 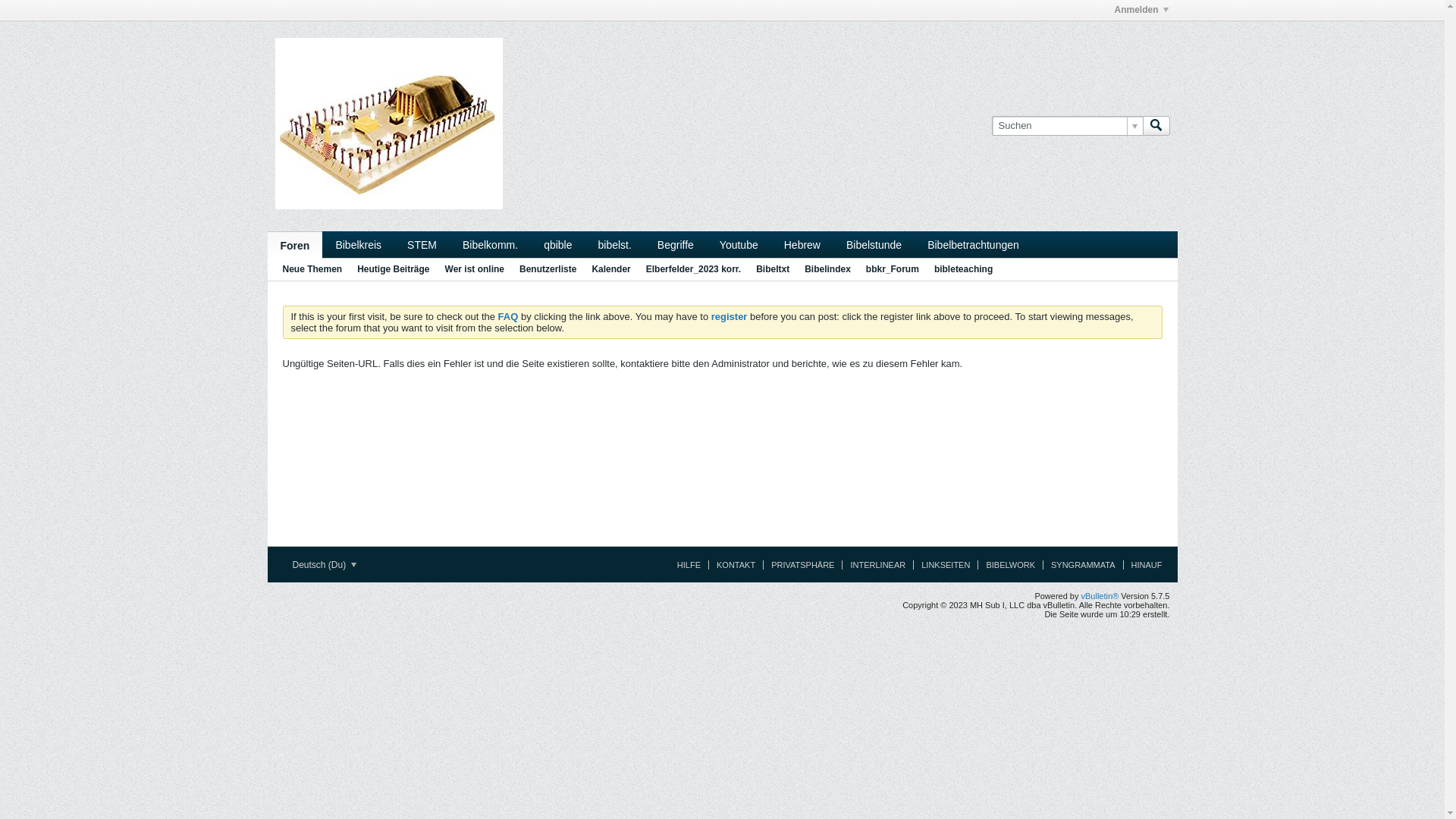 I want to click on 'Powered by vBulletin', so click(x=388, y=122).